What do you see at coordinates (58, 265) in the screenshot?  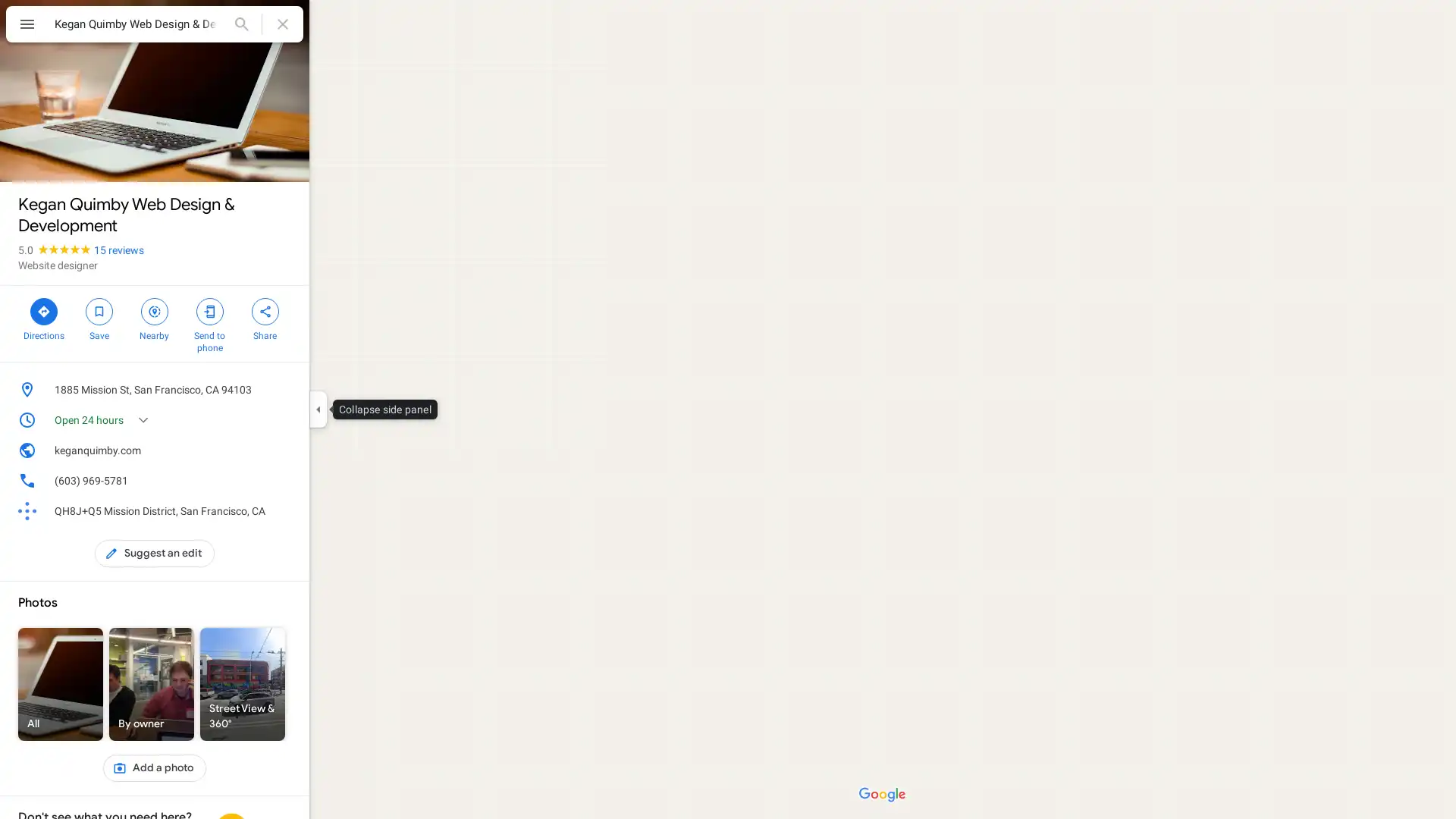 I see `Website designer` at bounding box center [58, 265].